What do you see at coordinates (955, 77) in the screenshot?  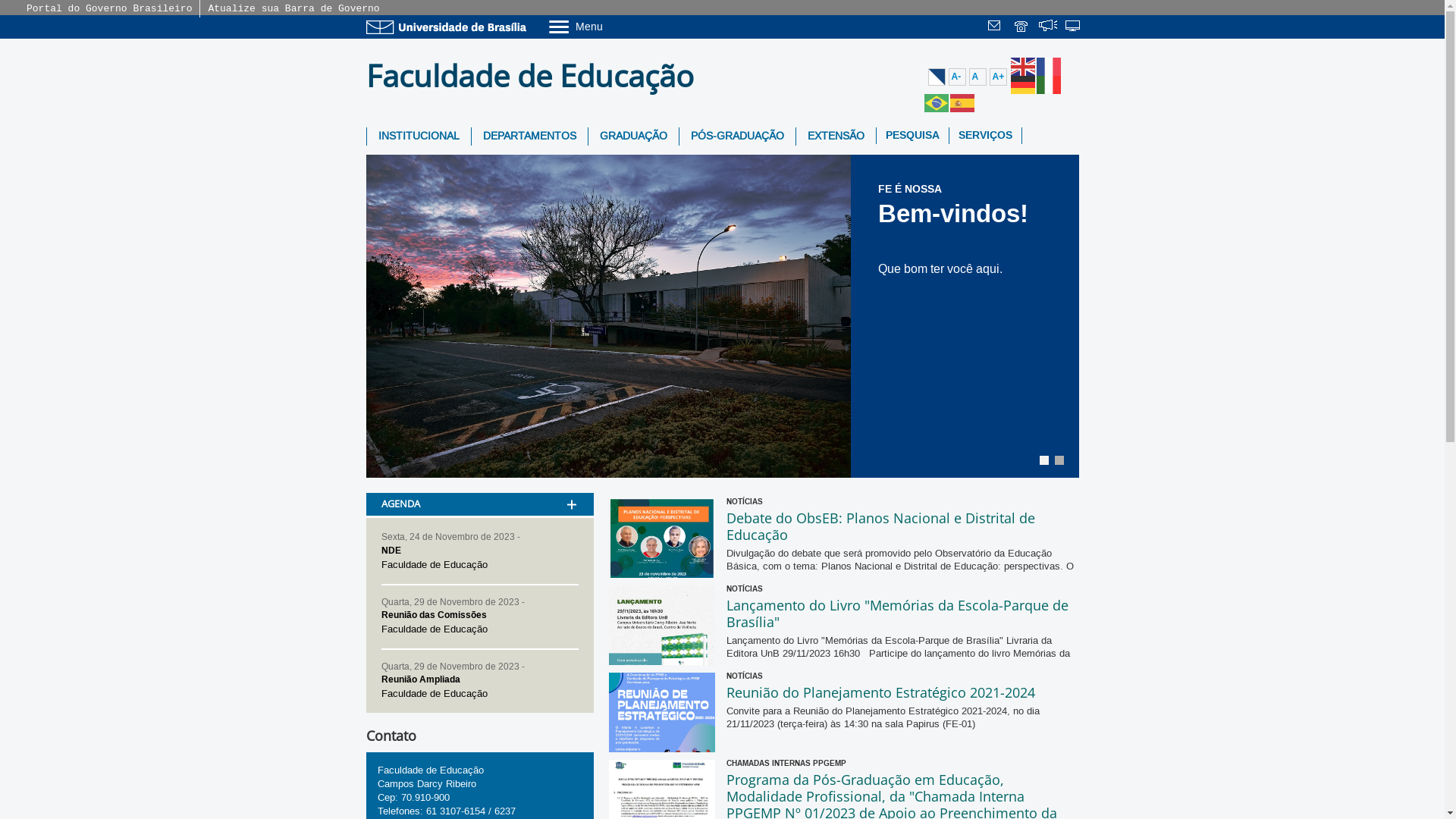 I see `'A-'` at bounding box center [955, 77].